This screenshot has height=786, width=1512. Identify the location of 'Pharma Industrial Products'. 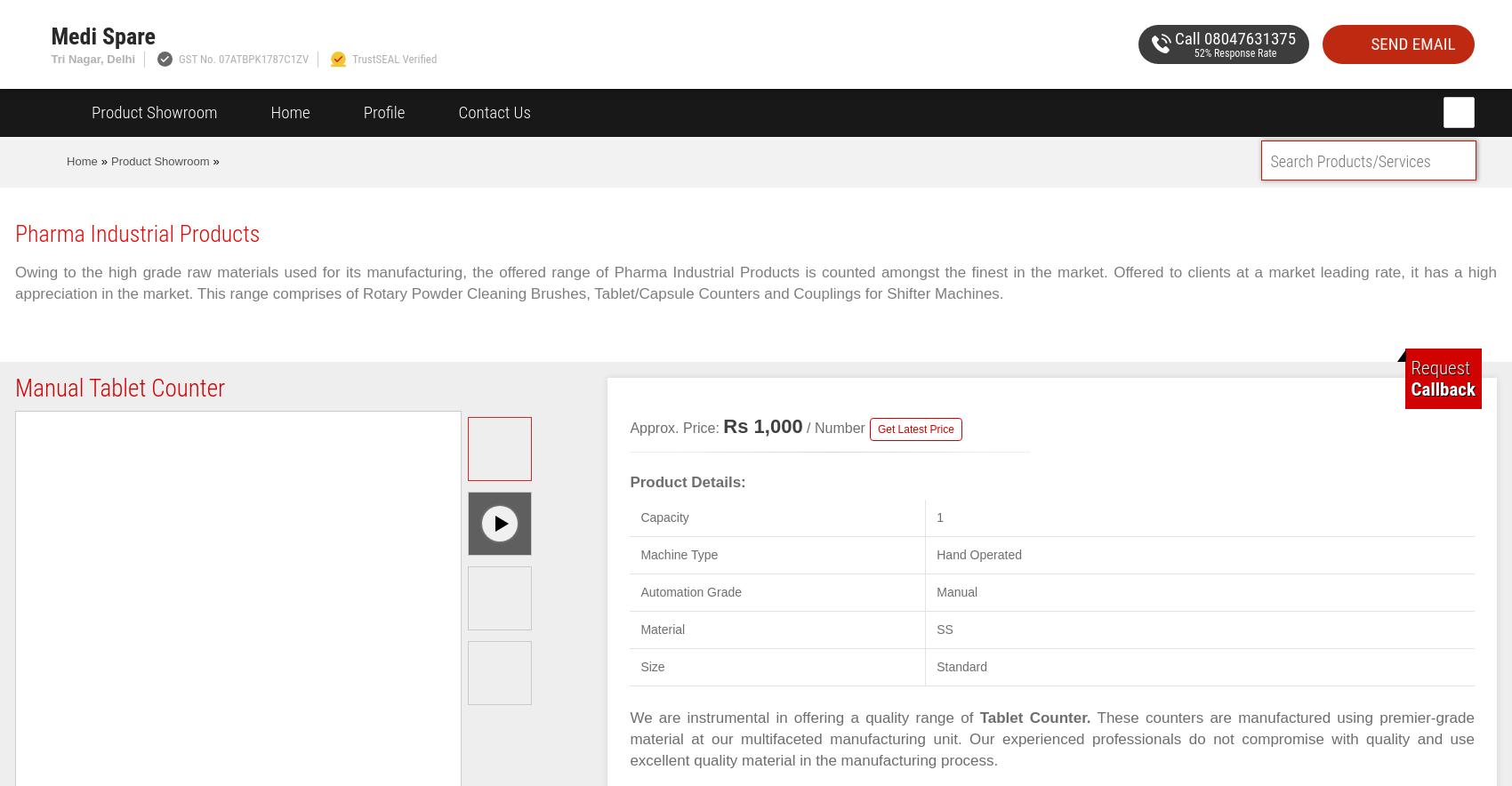
(136, 232).